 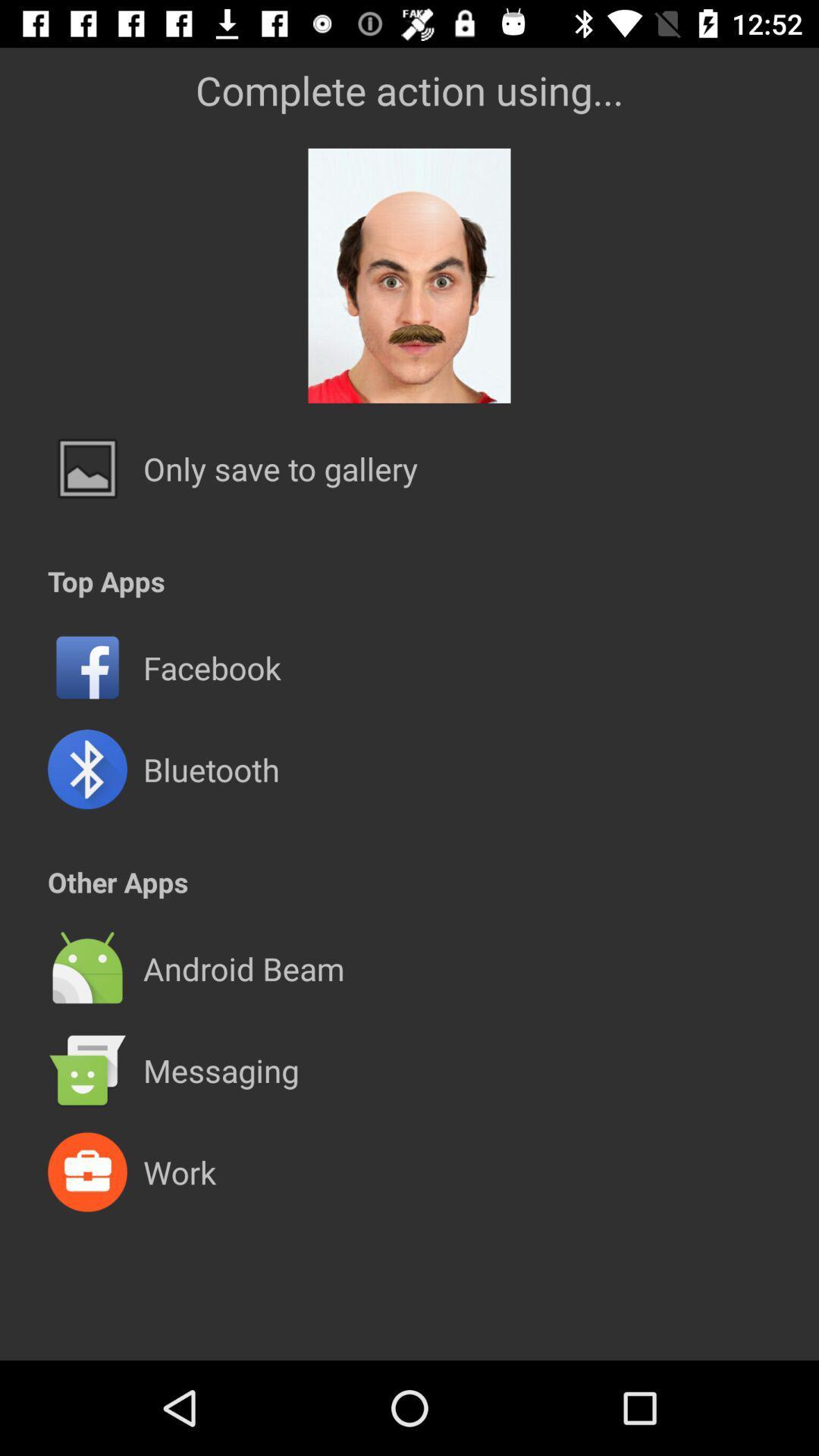 I want to click on the icon below other apps item, so click(x=409, y=917).